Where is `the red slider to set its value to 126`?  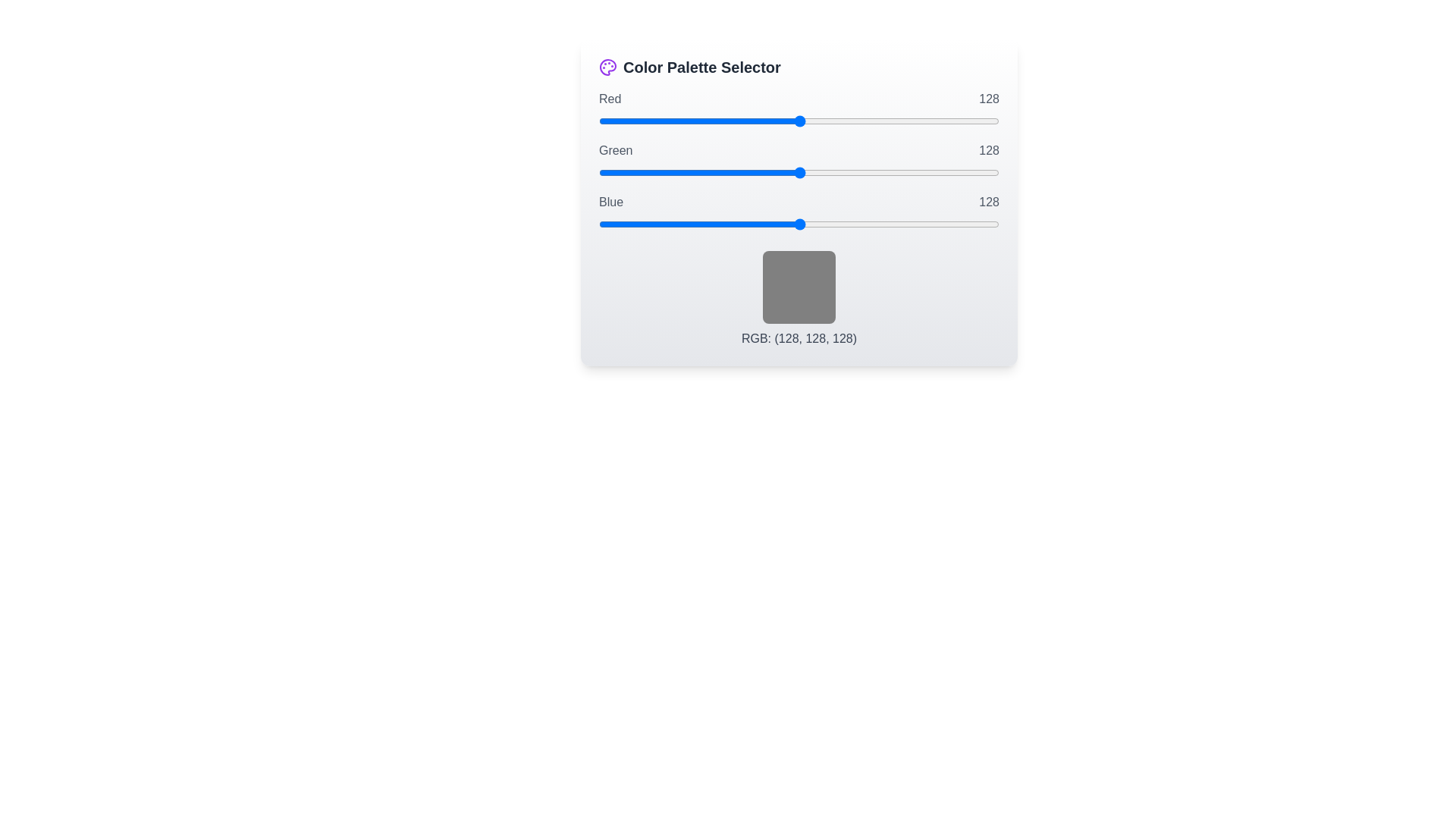 the red slider to set its value to 126 is located at coordinates (795, 120).